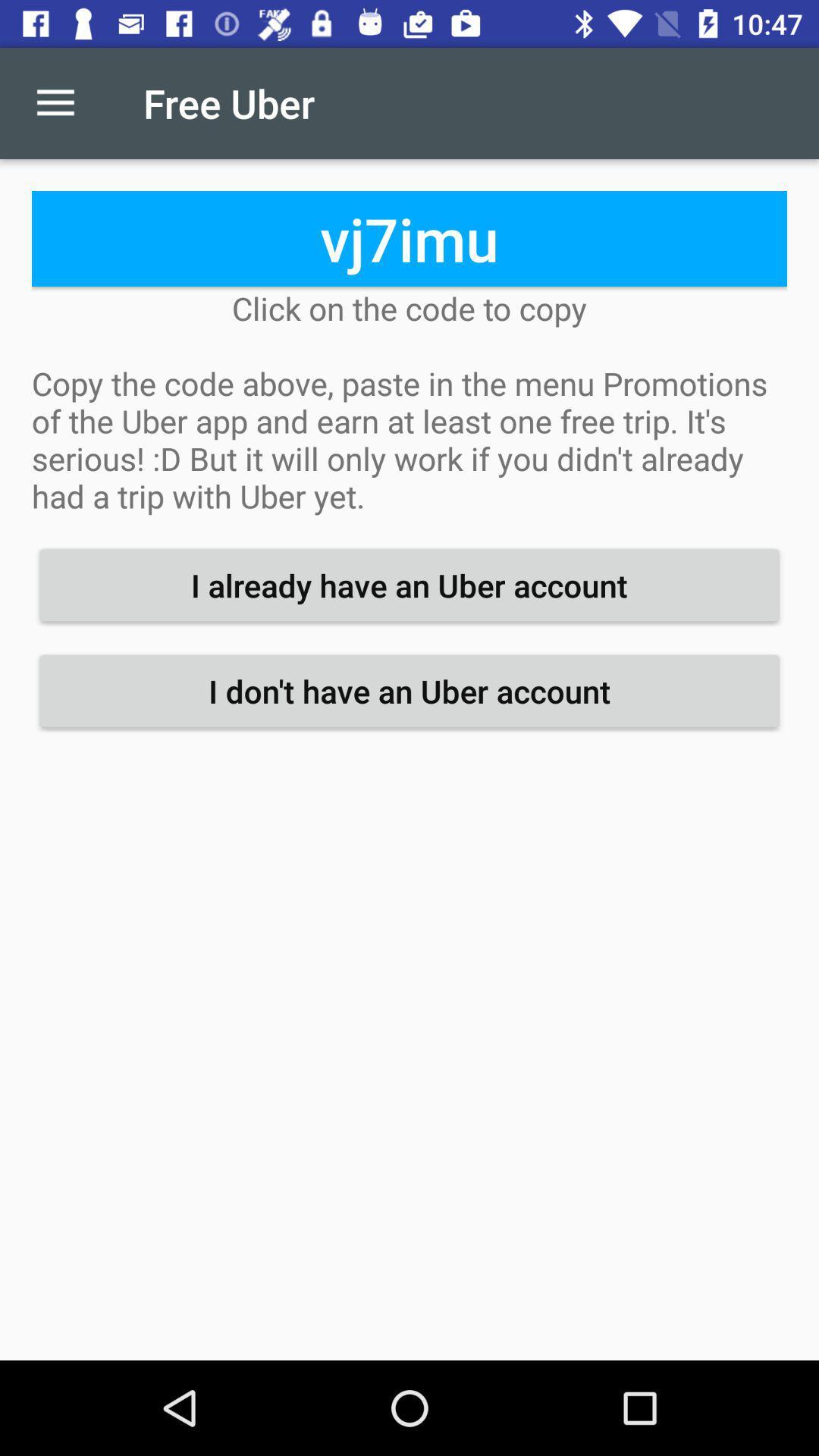 The width and height of the screenshot is (819, 1456). Describe the element at coordinates (55, 102) in the screenshot. I see `item to the left of the free uber item` at that location.